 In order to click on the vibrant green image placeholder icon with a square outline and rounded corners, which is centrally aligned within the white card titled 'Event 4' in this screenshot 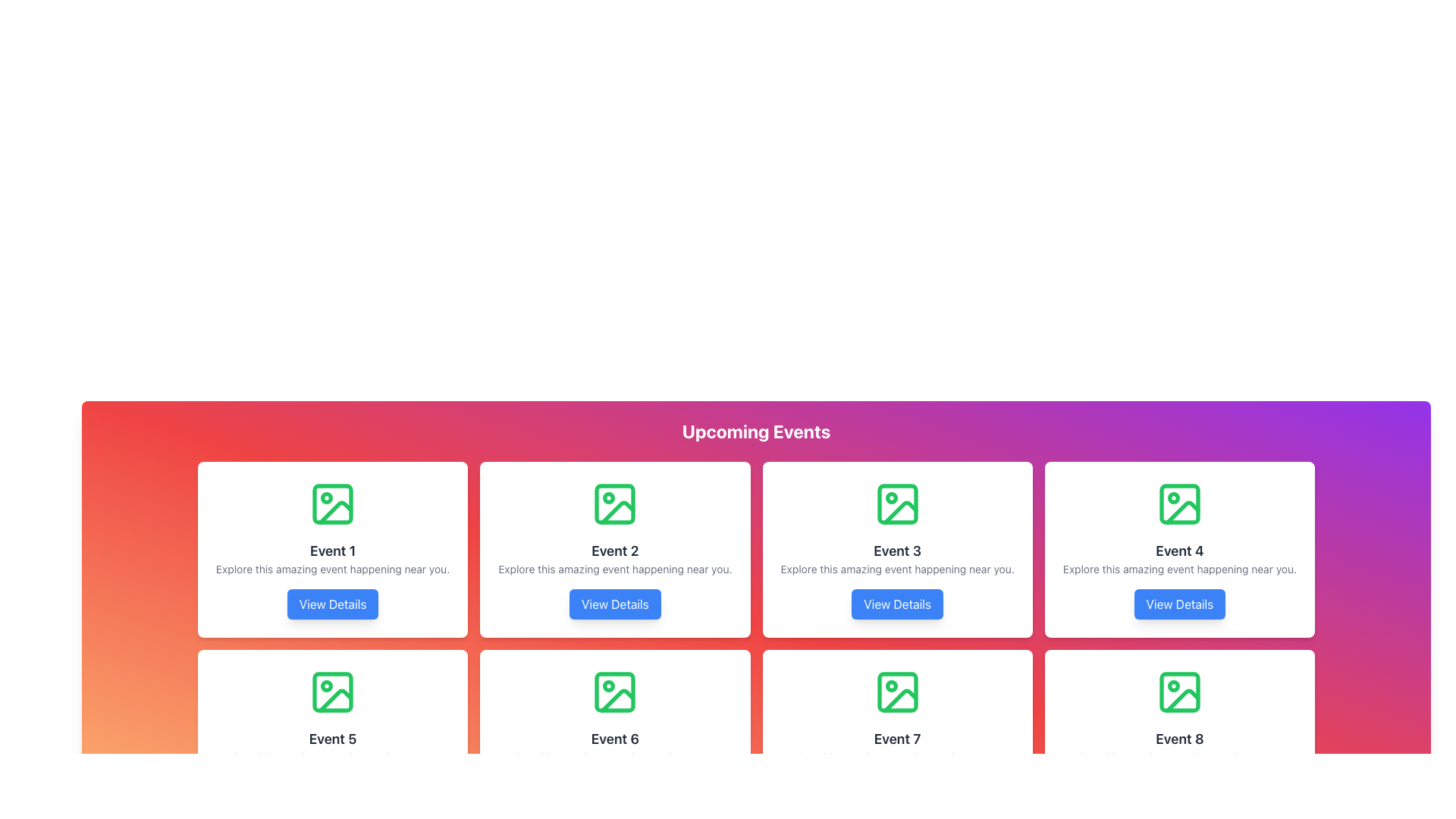, I will do `click(1178, 504)`.